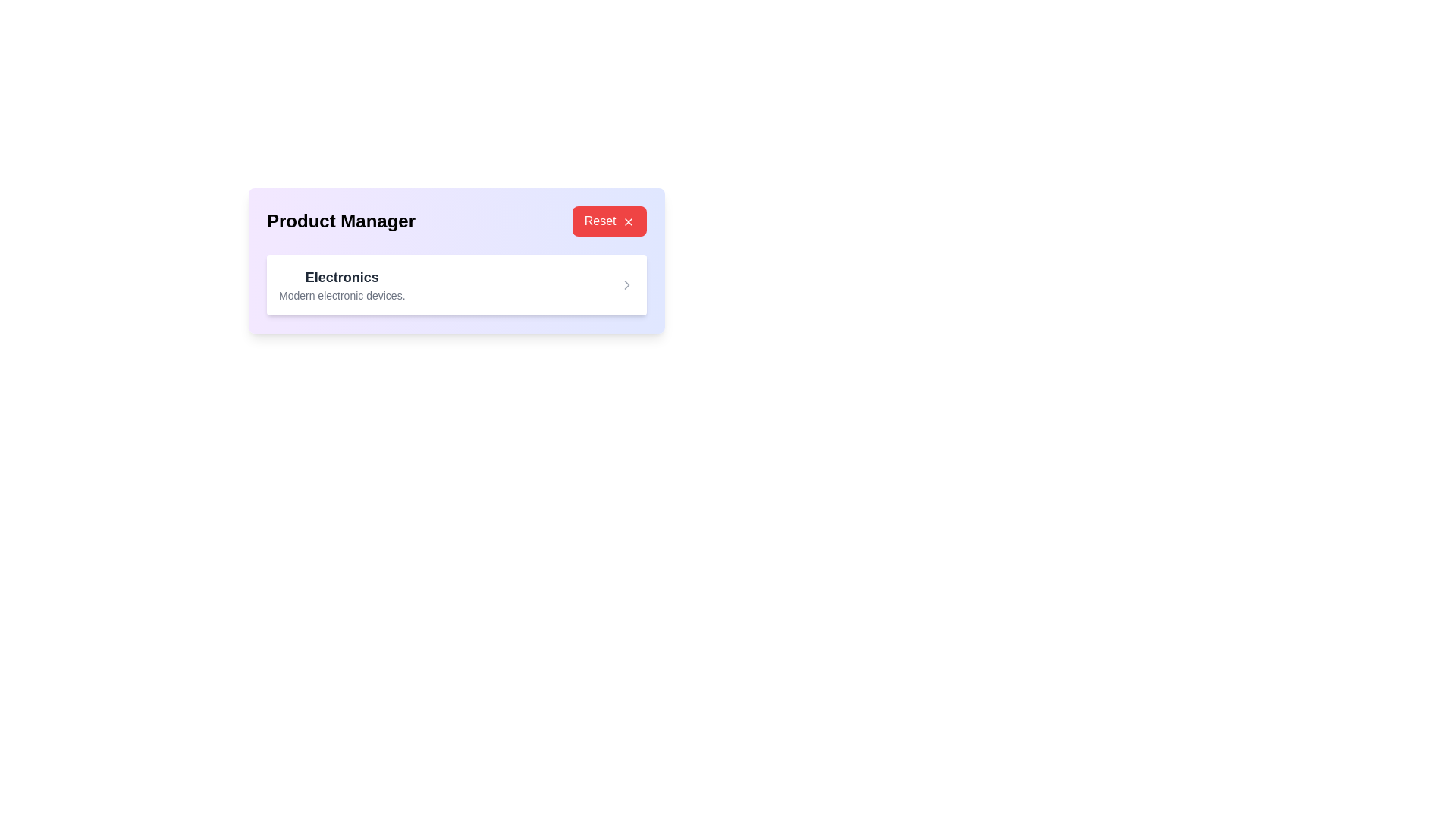 Image resolution: width=1456 pixels, height=819 pixels. What do you see at coordinates (456, 284) in the screenshot?
I see `the interactive card or list item for 'Electronics'` at bounding box center [456, 284].